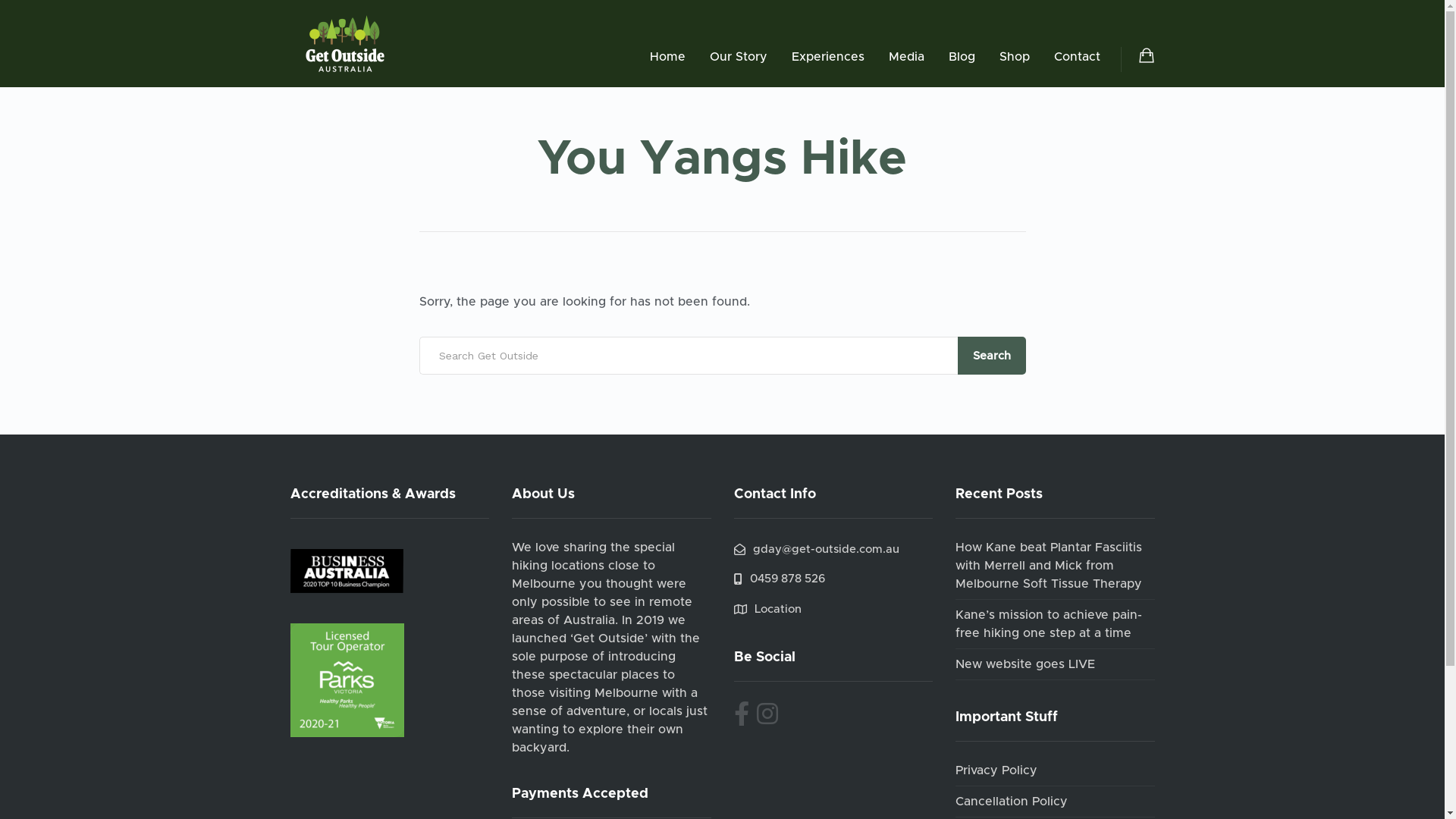  I want to click on 'Media', so click(906, 55).